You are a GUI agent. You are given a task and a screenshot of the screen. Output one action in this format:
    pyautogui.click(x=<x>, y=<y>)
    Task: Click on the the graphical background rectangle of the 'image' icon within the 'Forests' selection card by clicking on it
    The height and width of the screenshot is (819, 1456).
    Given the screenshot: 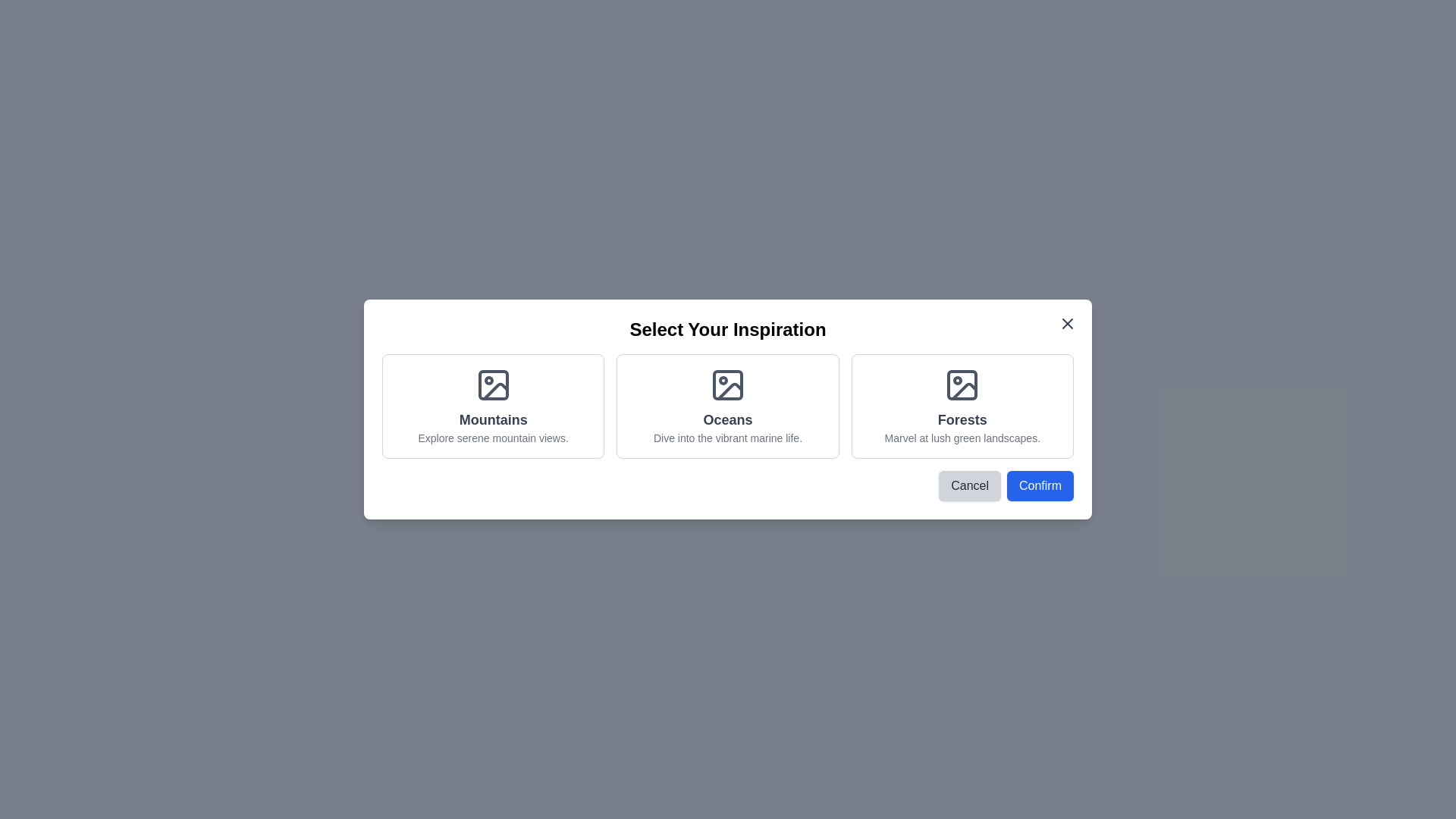 What is the action you would take?
    pyautogui.click(x=962, y=384)
    